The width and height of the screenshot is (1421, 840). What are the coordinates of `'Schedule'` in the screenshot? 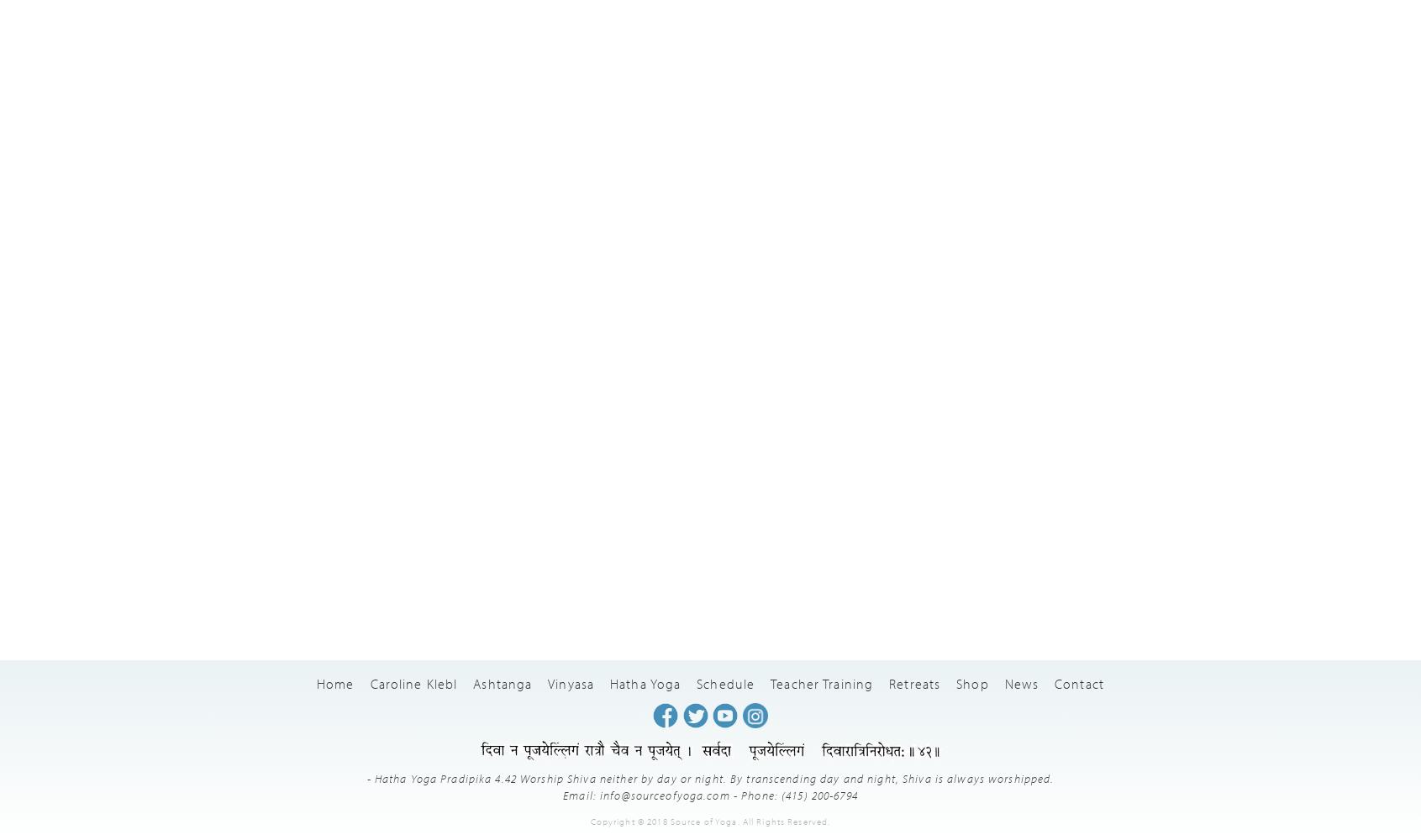 It's located at (725, 682).